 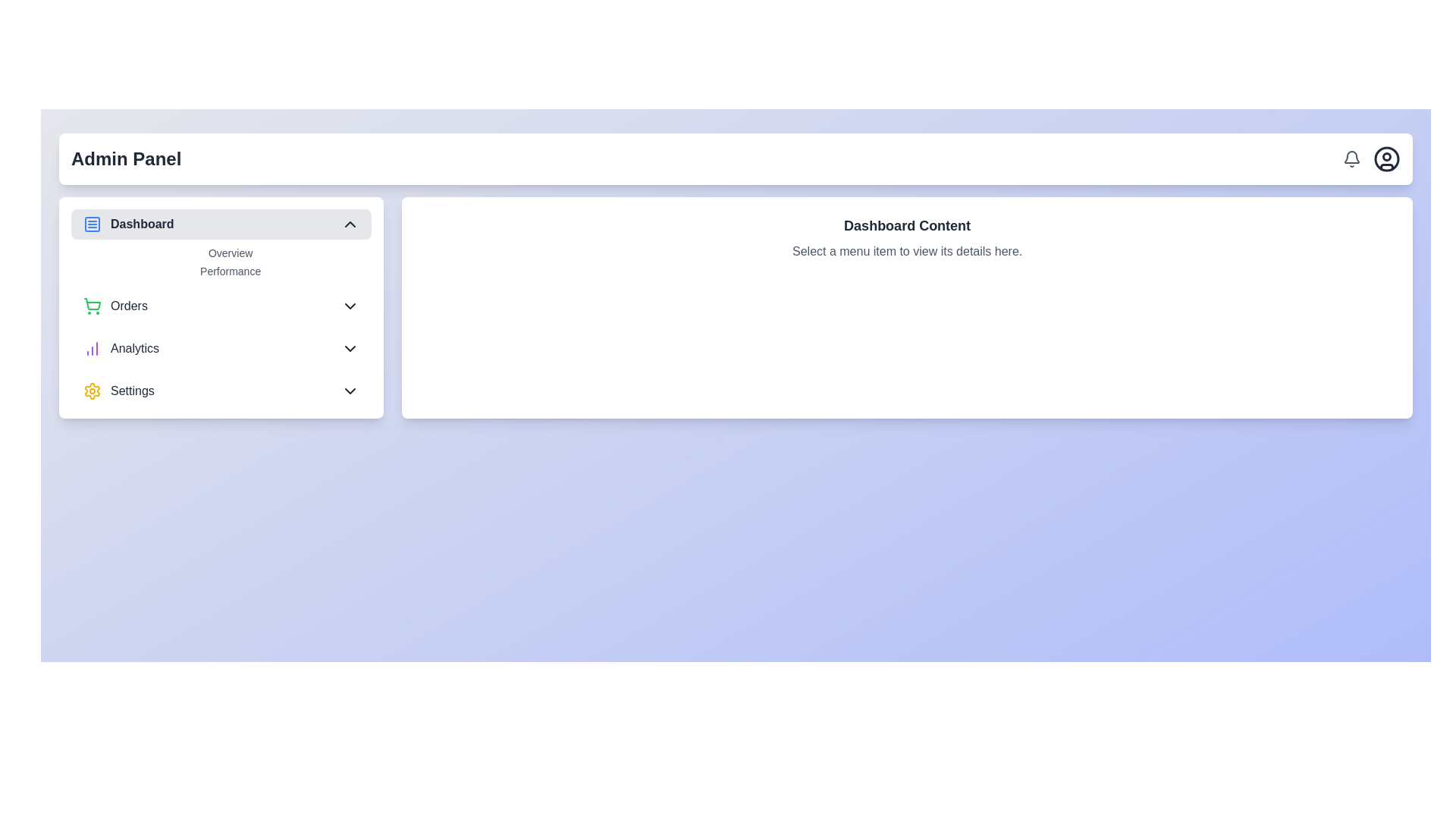 What do you see at coordinates (126, 158) in the screenshot?
I see `the 'Admin Panel' text label located in the upper left corner of the interface` at bounding box center [126, 158].